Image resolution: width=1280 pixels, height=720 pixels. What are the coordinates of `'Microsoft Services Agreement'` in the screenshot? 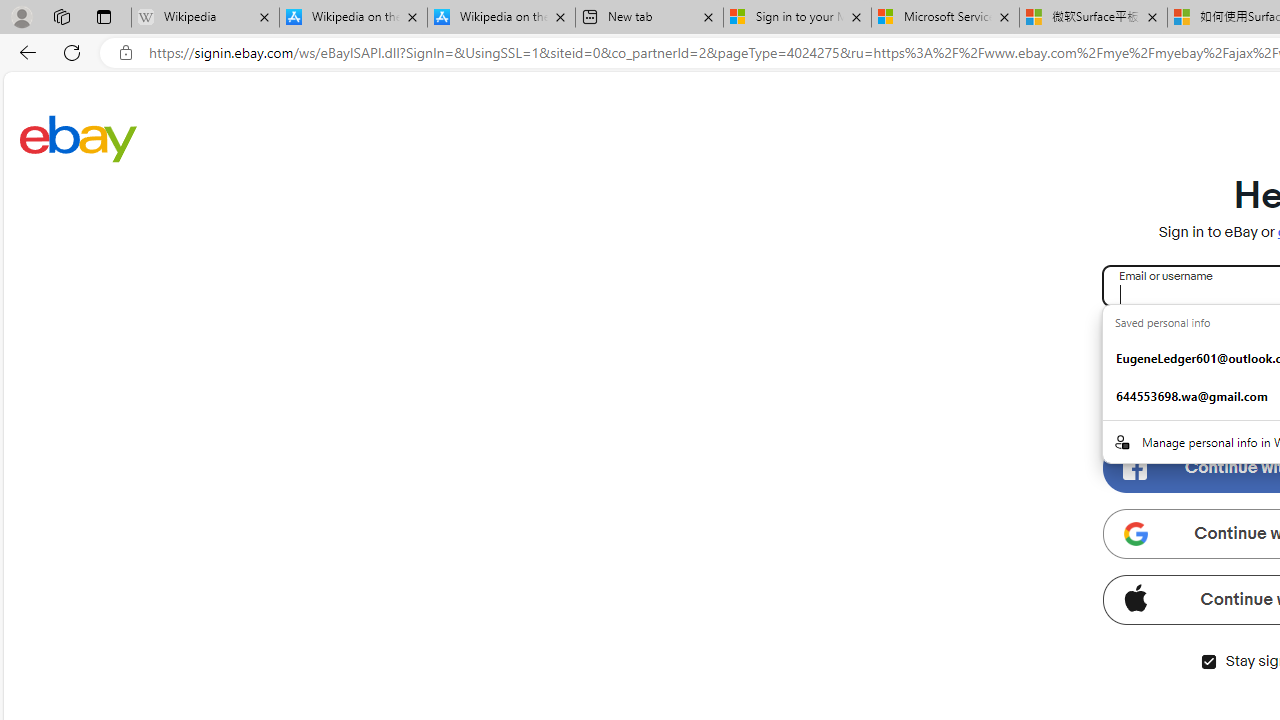 It's located at (944, 17).